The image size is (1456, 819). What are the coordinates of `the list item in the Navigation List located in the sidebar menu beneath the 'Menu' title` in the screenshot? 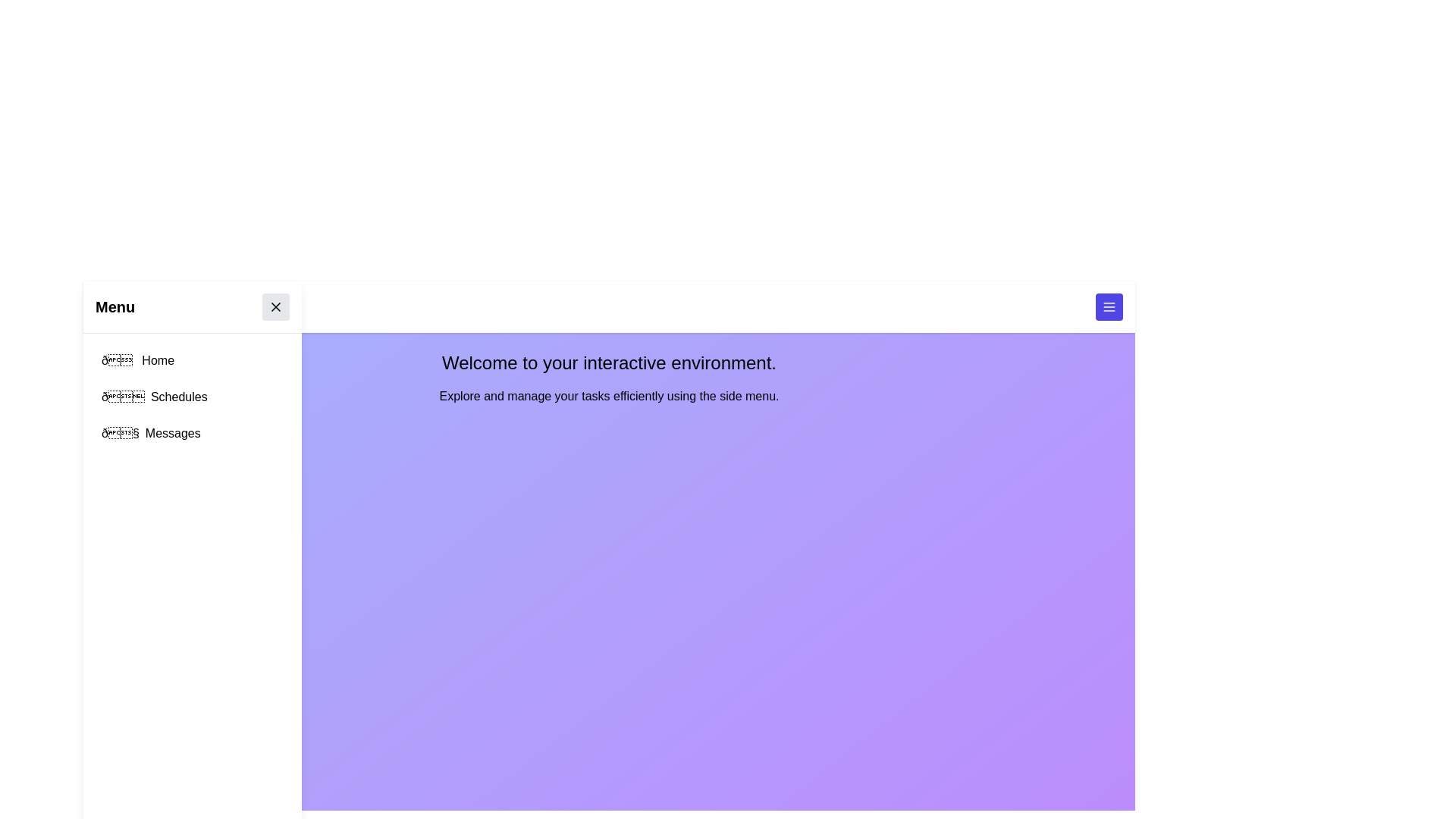 It's located at (192, 397).